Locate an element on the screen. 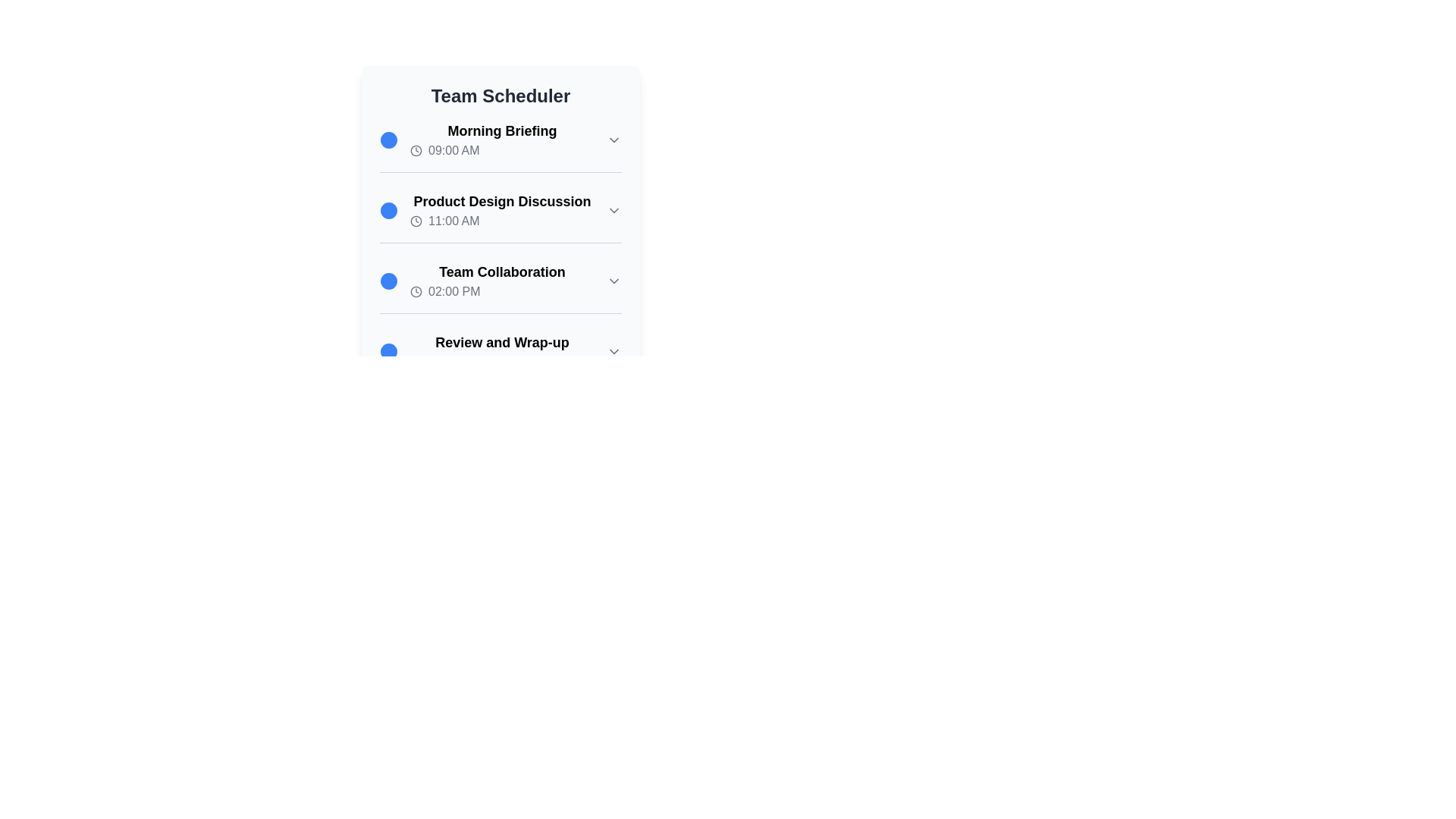 The image size is (1456, 819). the toggle button is located at coordinates (614, 210).